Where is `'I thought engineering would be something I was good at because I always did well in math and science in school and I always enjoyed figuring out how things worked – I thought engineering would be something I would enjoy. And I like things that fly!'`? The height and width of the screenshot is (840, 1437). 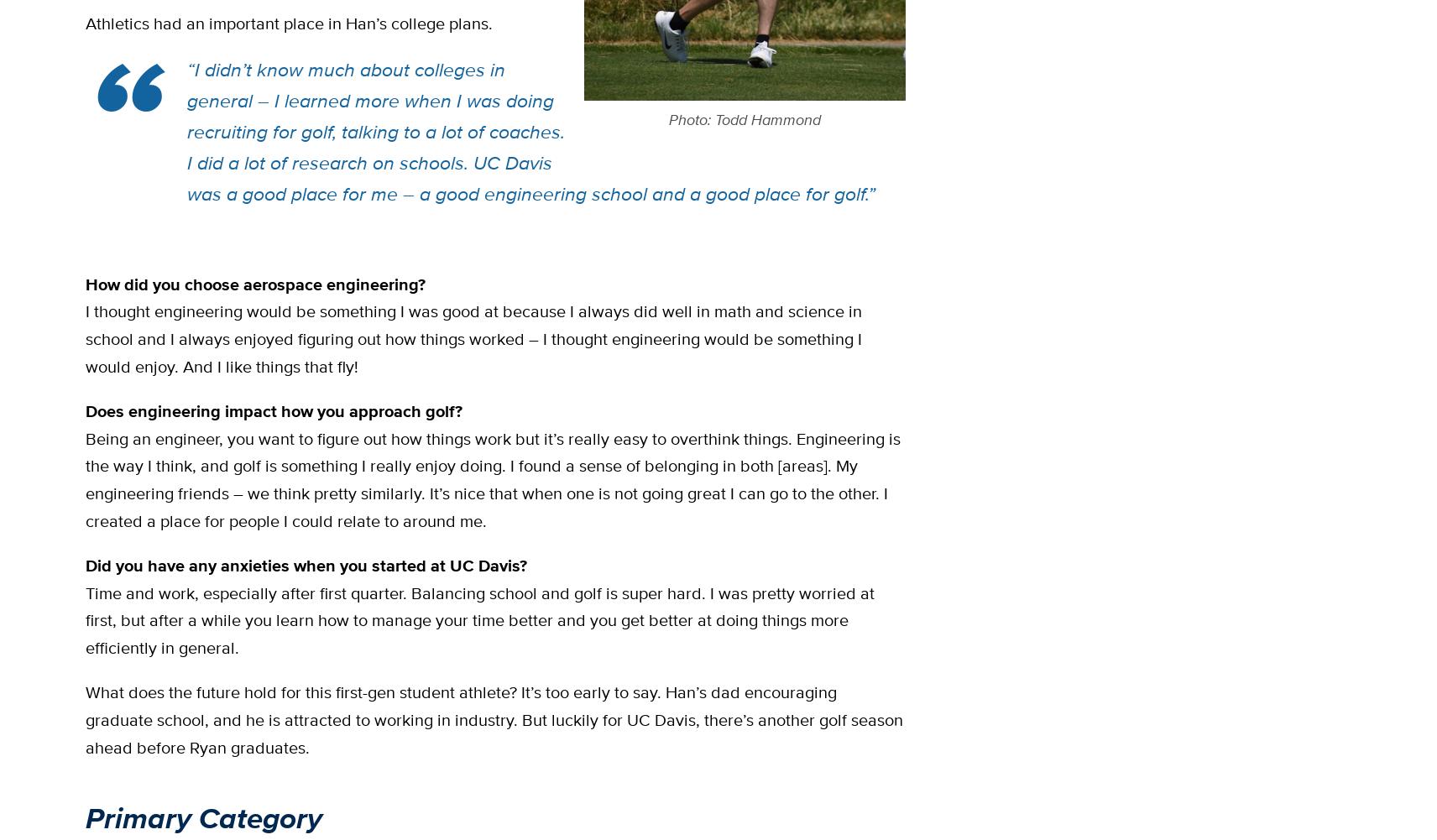
'I thought engineering would be something I was good at because I always did well in math and science in school and I always enjoyed figuring out how things worked – I thought engineering would be something I would enjoy. And I like things that fly!' is located at coordinates (473, 337).